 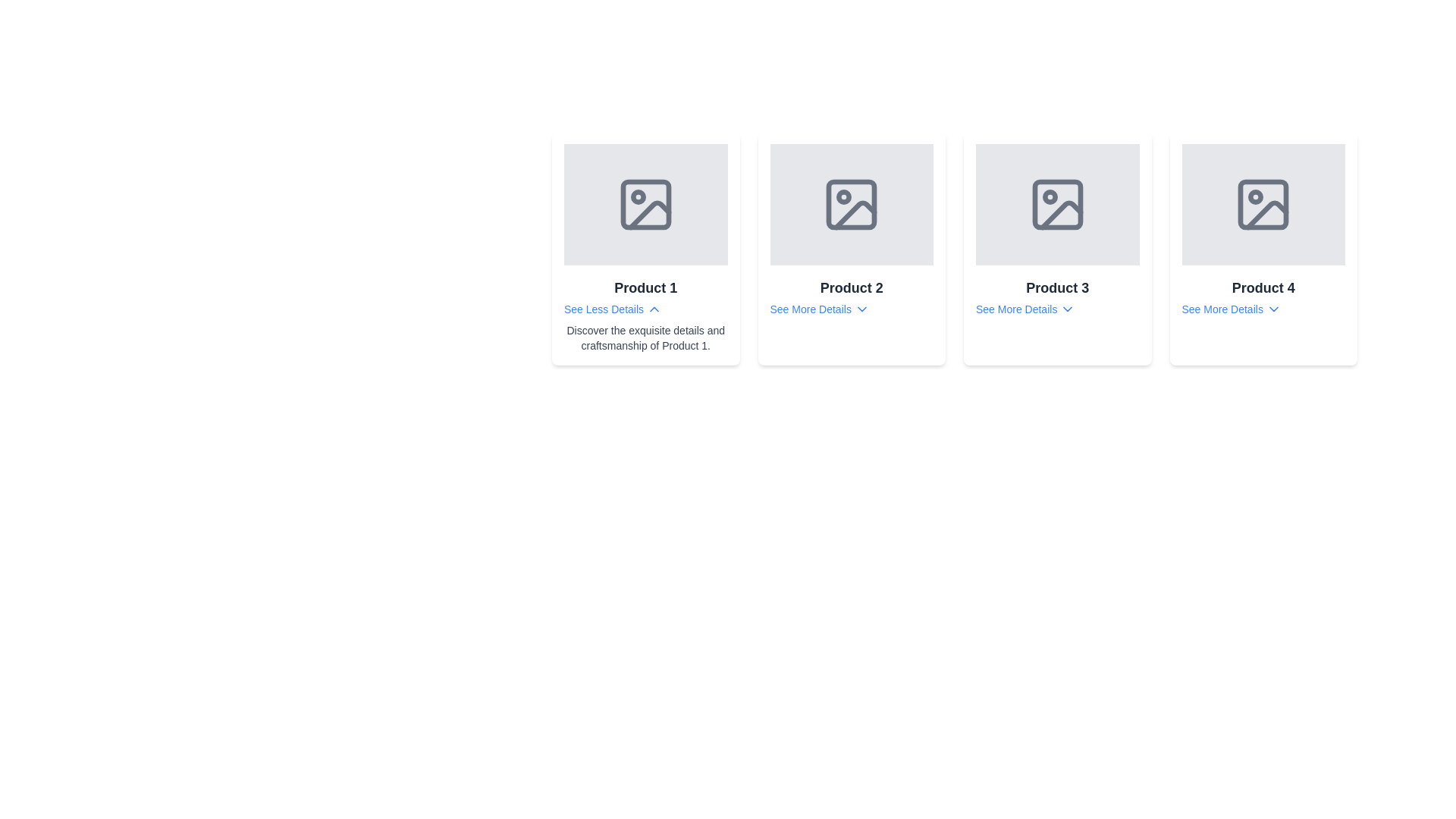 I want to click on the image placeholder located at the top section of the 'Product 1' card, so click(x=645, y=205).